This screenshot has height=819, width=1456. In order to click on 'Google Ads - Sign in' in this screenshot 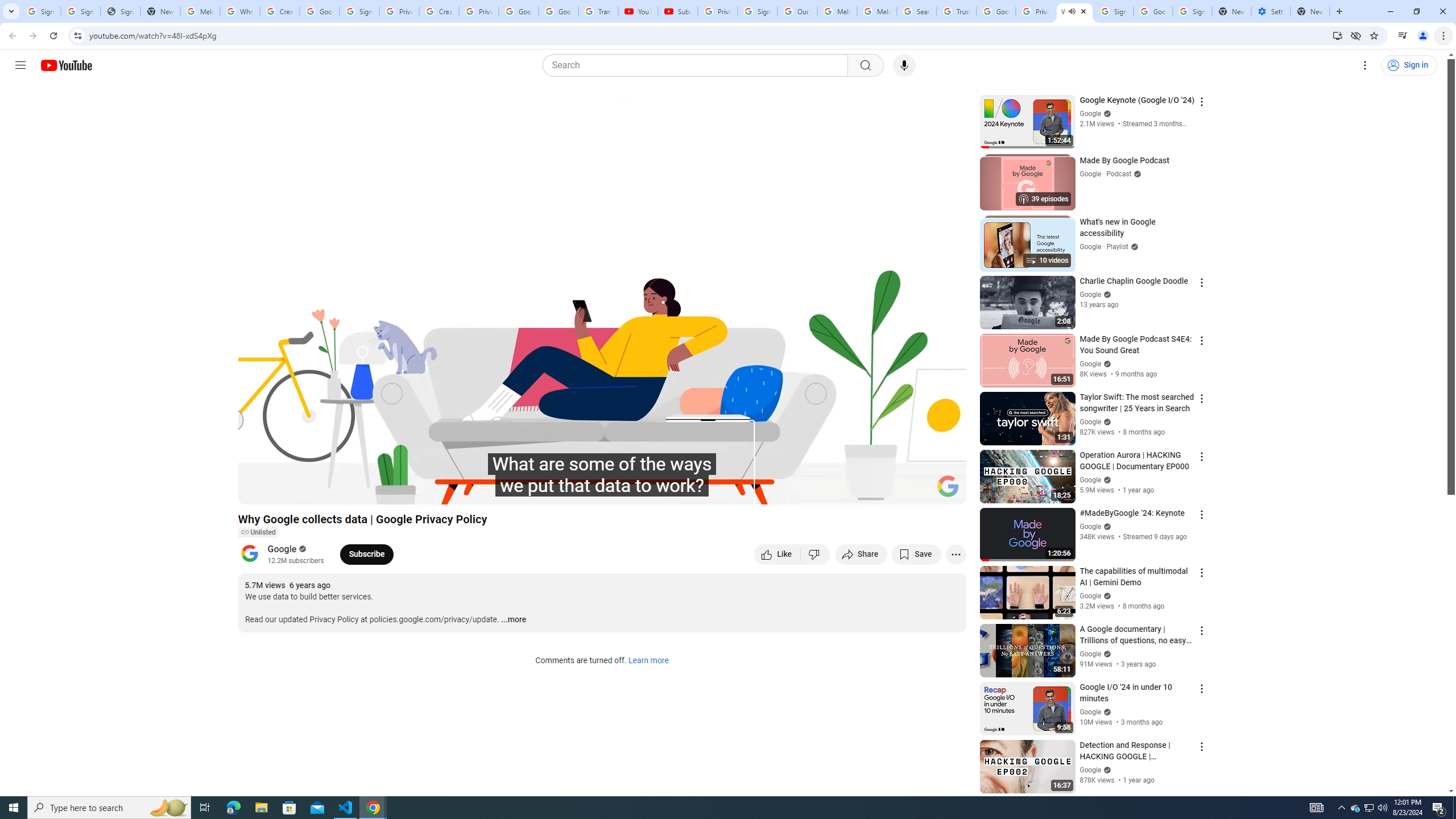, I will do `click(995, 11)`.